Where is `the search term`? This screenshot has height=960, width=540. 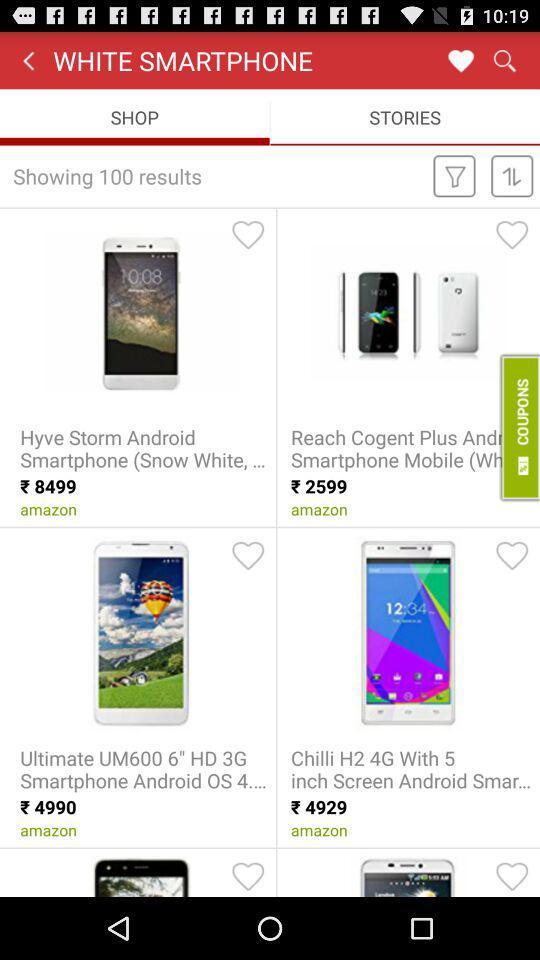 the search term is located at coordinates (460, 59).